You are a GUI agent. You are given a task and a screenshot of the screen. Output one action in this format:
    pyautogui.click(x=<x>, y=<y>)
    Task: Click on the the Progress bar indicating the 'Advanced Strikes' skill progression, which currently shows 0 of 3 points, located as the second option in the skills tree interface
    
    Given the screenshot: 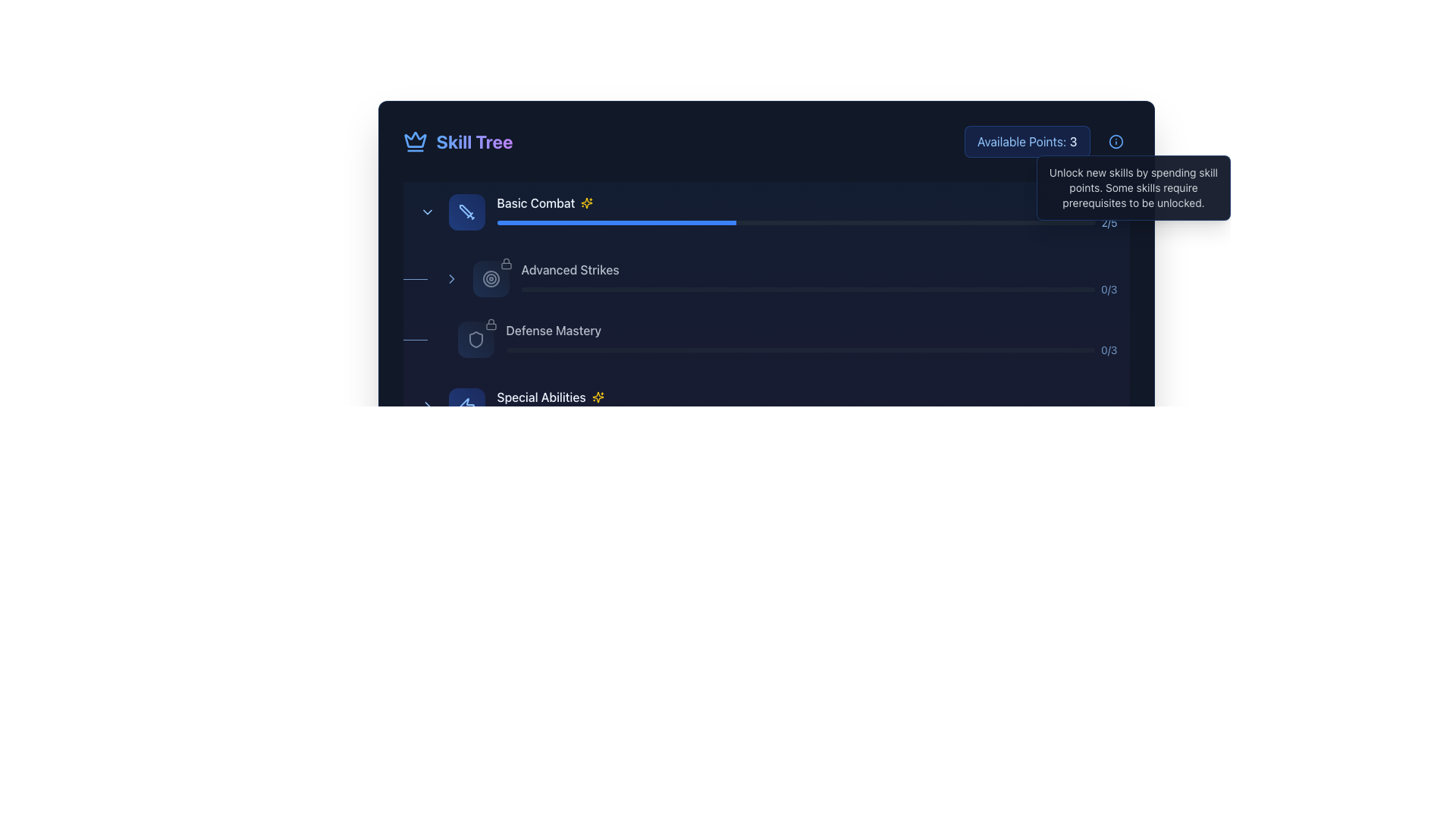 What is the action you would take?
    pyautogui.click(x=818, y=278)
    